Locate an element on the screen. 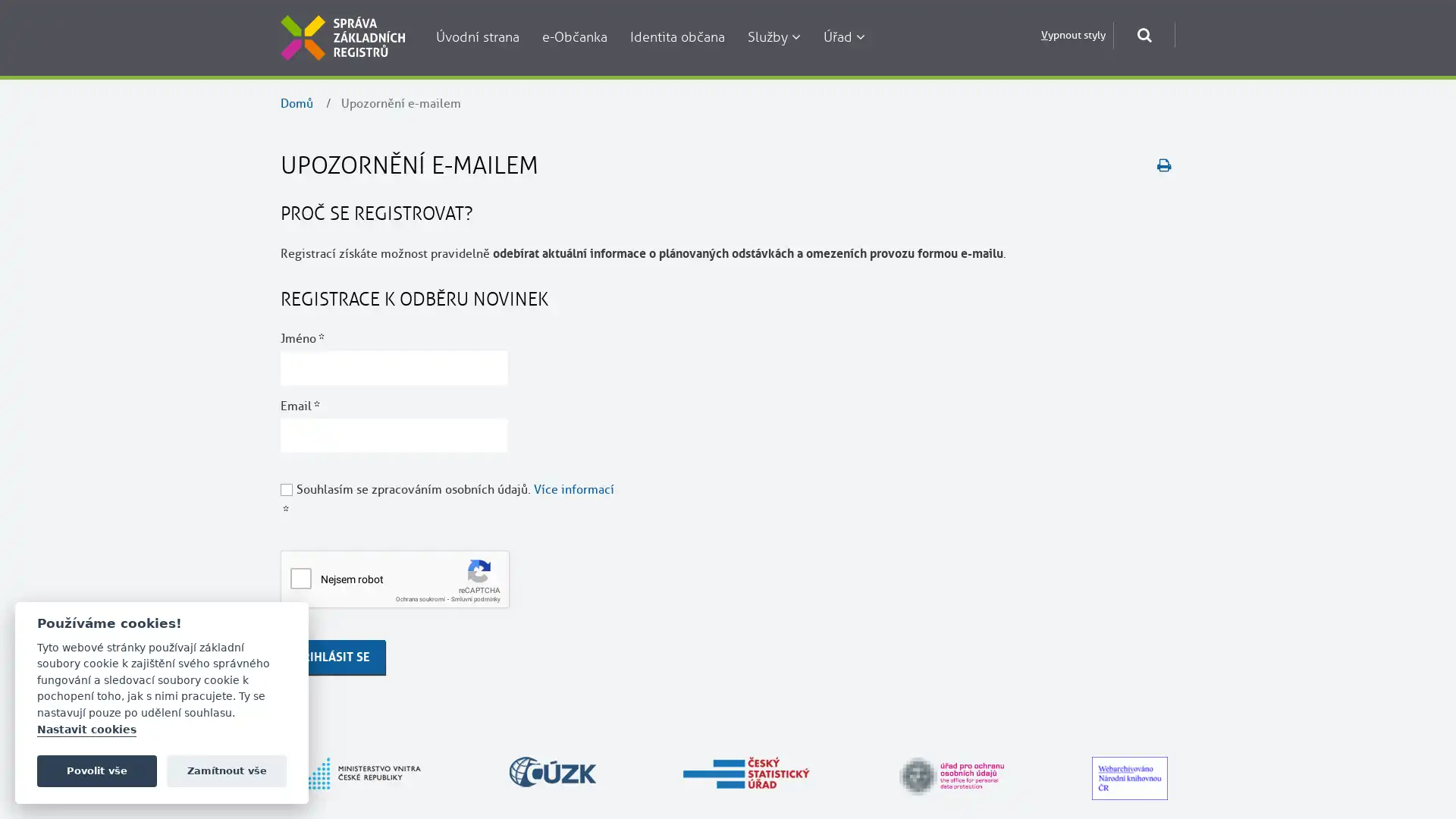  Vypnout styly is located at coordinates (1072, 34).